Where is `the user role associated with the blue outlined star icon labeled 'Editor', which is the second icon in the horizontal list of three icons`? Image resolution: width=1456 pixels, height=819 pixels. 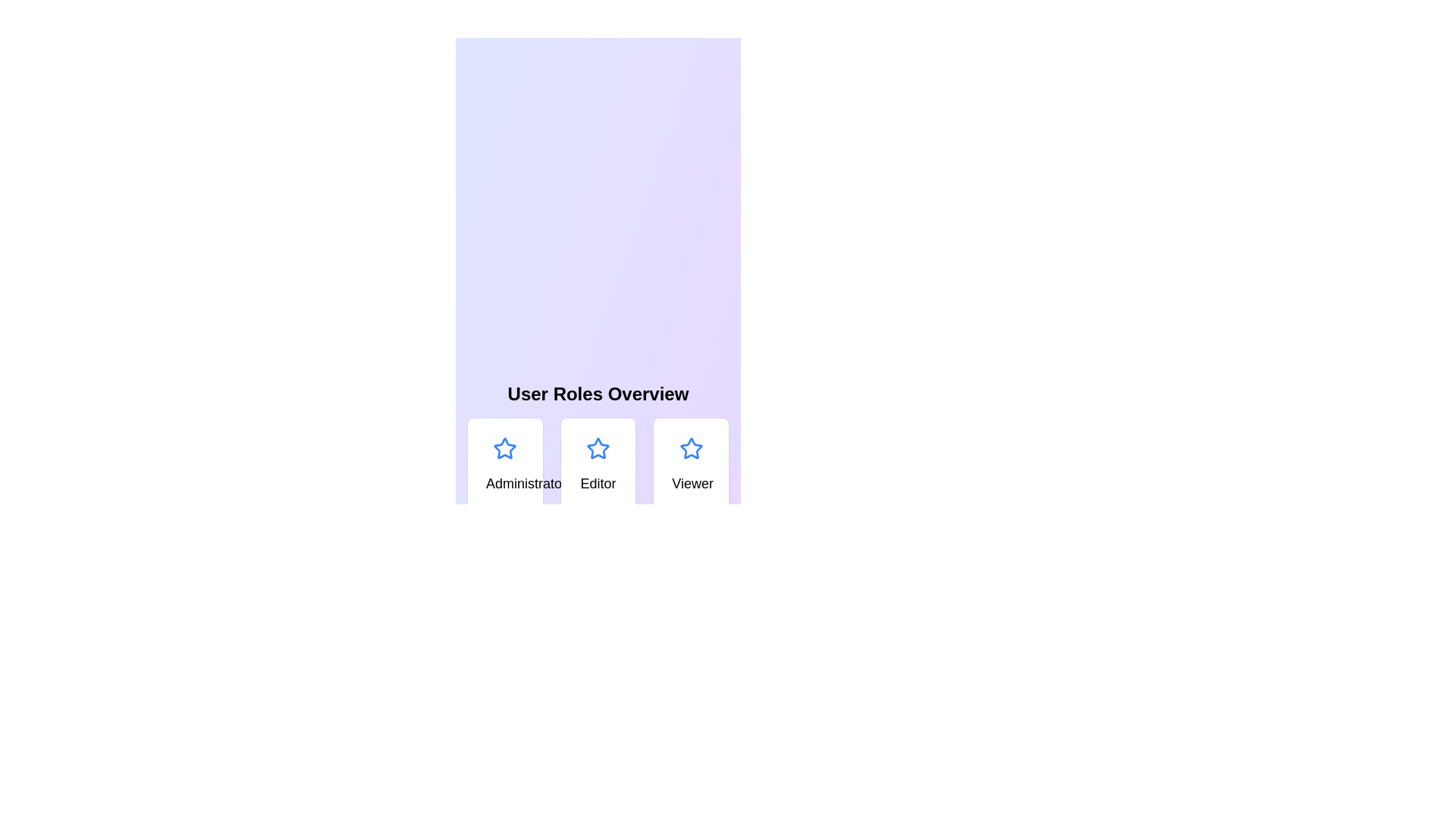 the user role associated with the blue outlined star icon labeled 'Editor', which is the second icon in the horizontal list of three icons is located at coordinates (597, 447).